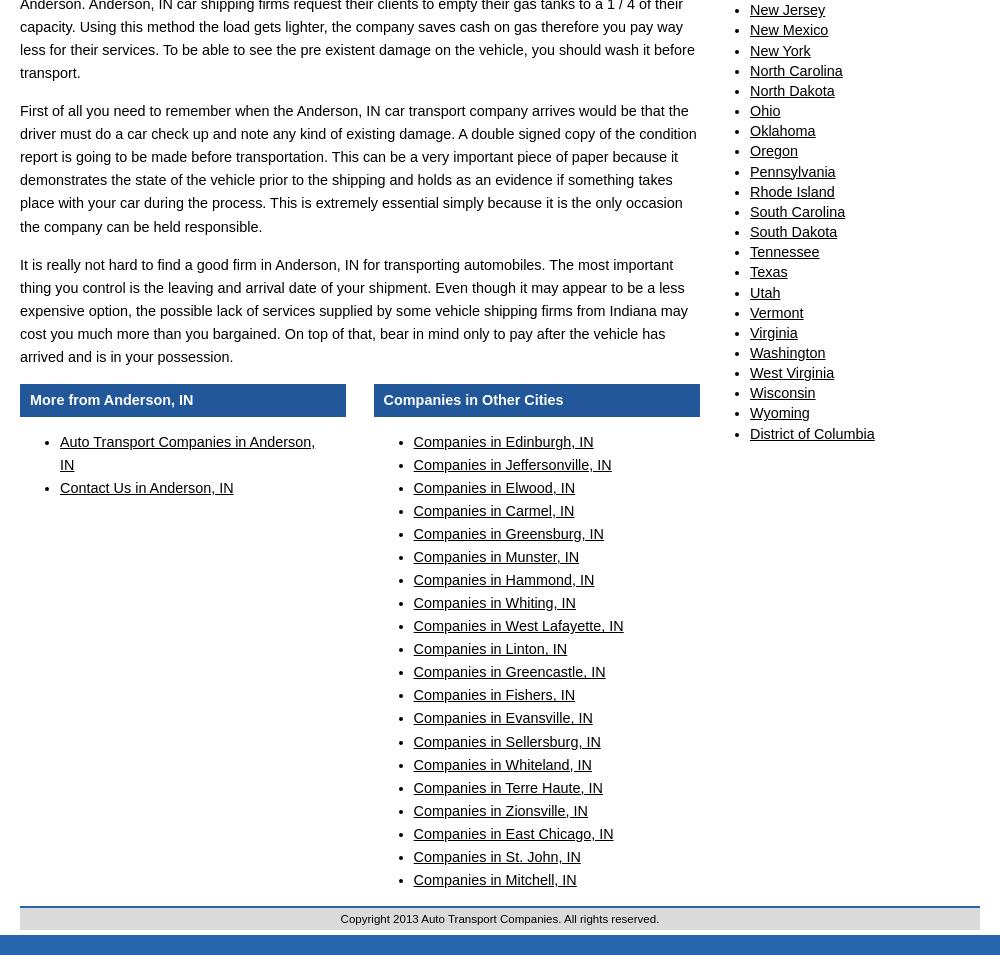 This screenshot has width=1000, height=955. What do you see at coordinates (779, 412) in the screenshot?
I see `'Wyoming'` at bounding box center [779, 412].